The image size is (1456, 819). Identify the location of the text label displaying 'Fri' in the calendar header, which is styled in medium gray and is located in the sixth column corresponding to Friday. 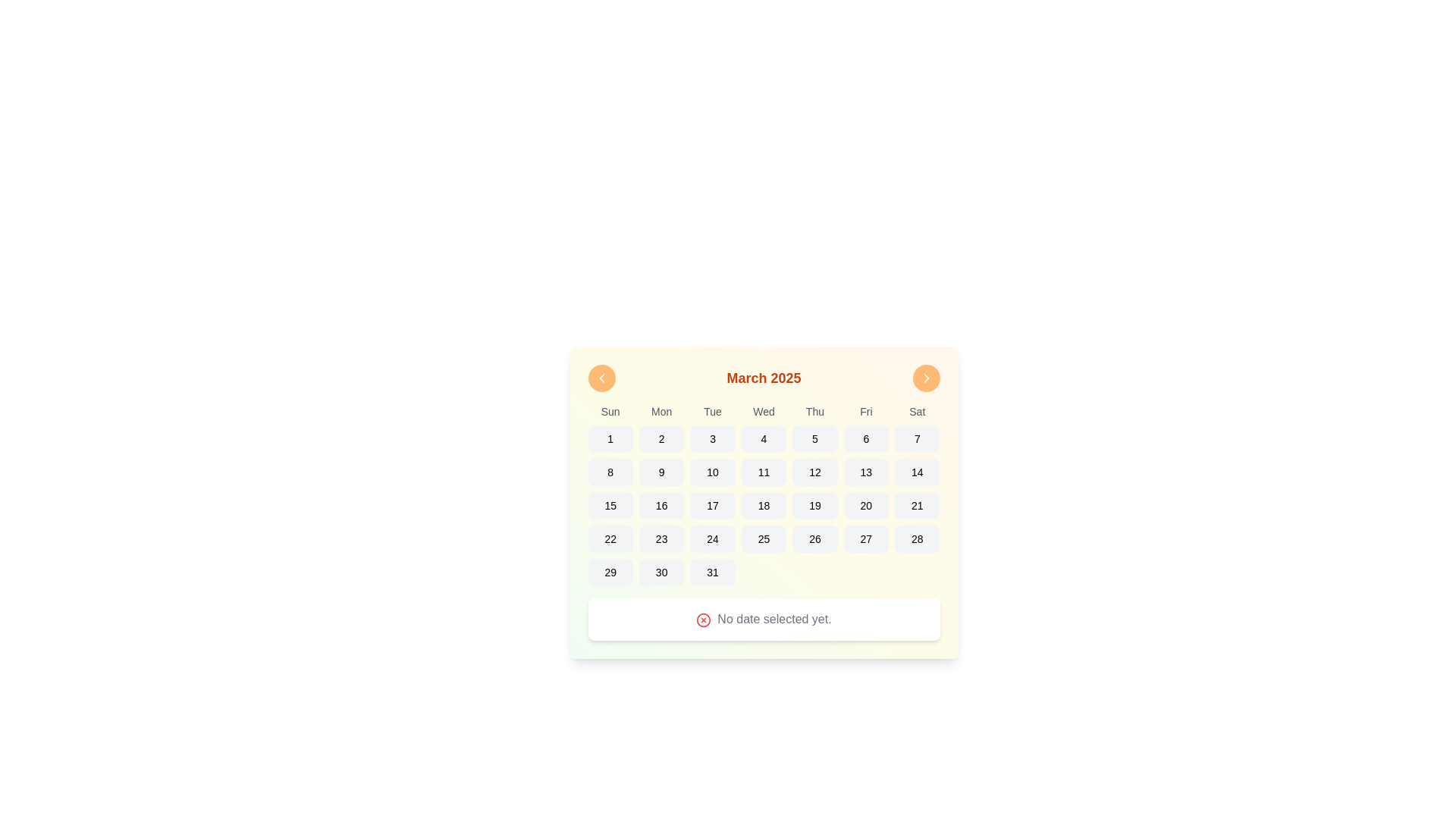
(866, 412).